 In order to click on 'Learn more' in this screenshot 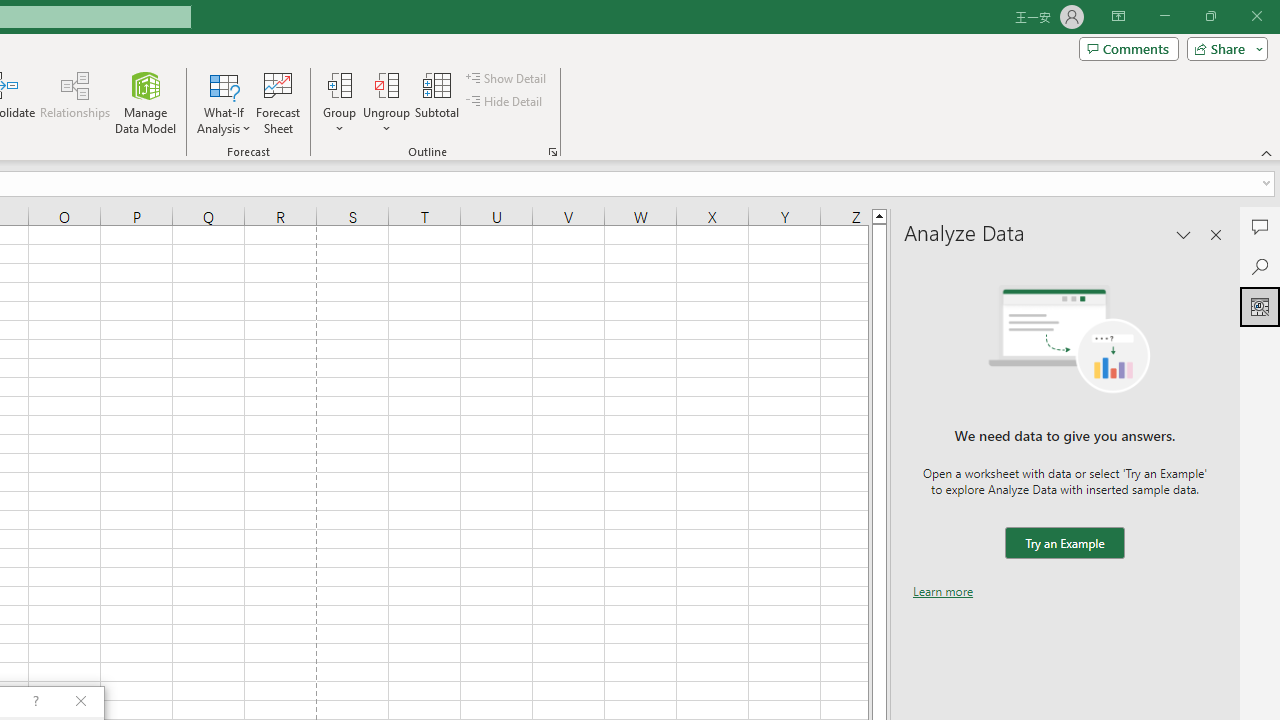, I will do `click(942, 590)`.